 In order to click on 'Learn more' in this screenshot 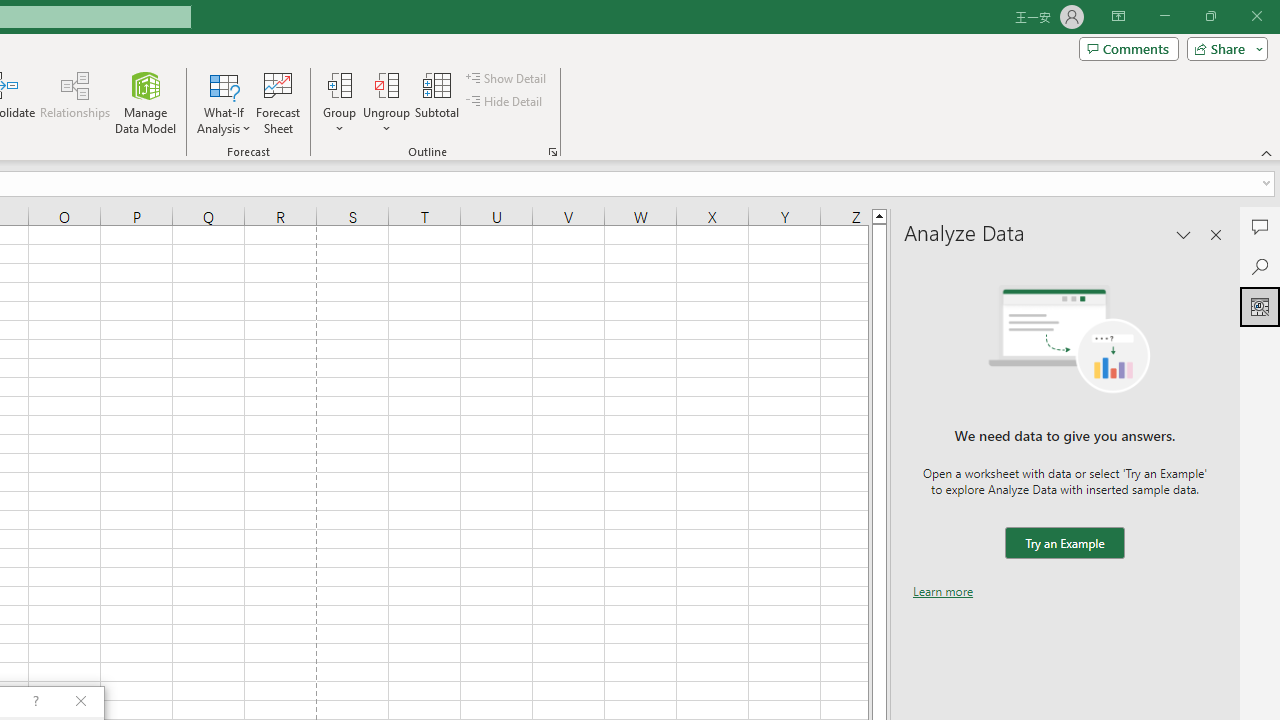, I will do `click(942, 590)`.